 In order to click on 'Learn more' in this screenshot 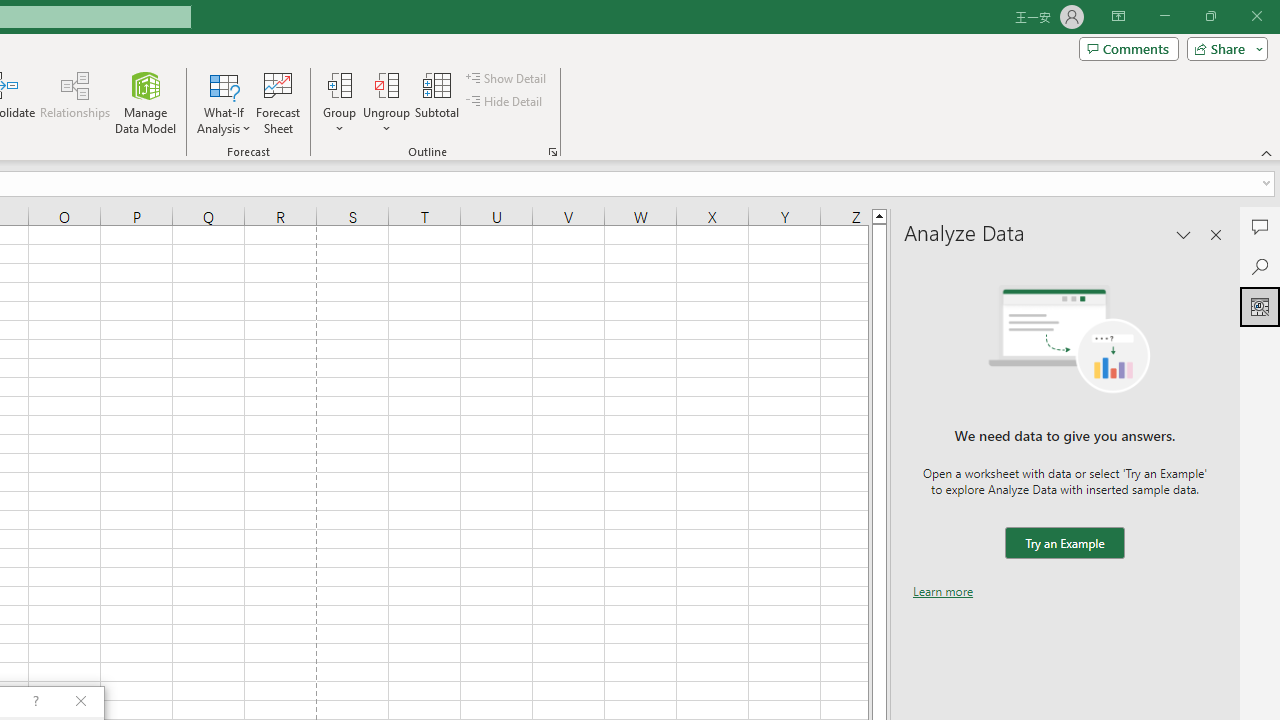, I will do `click(942, 590)`.